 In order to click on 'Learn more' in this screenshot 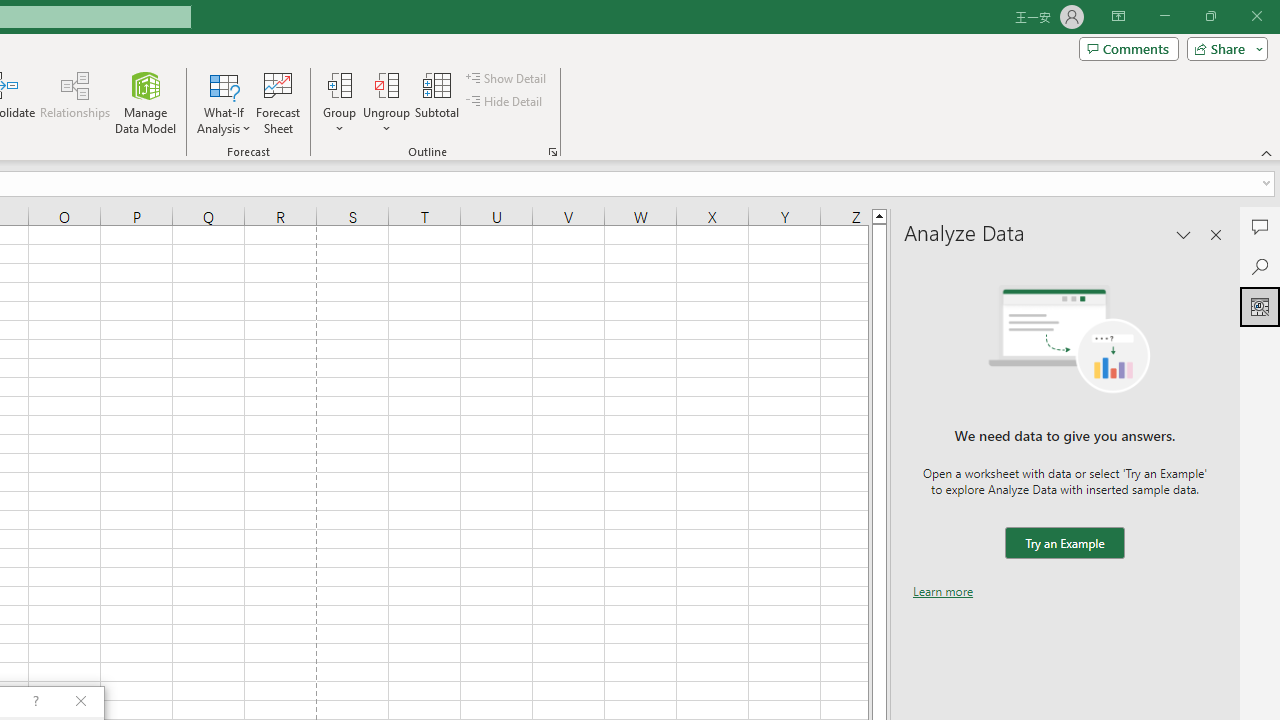, I will do `click(942, 590)`.